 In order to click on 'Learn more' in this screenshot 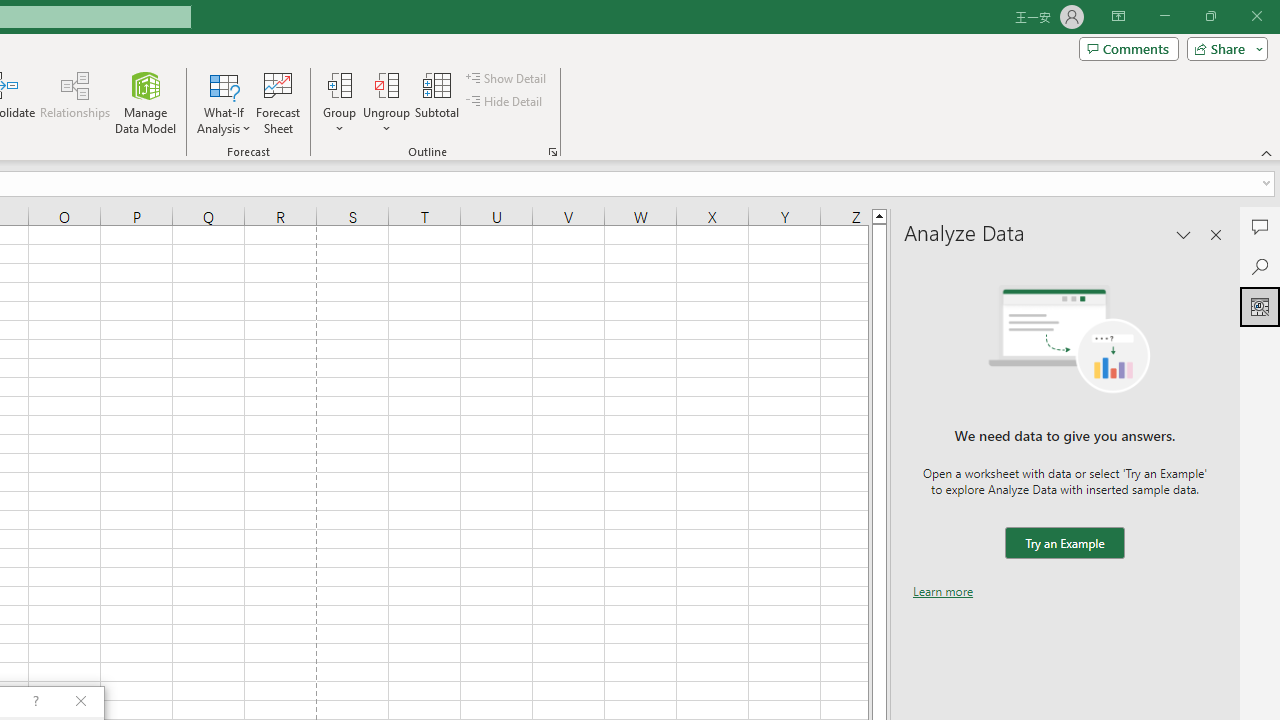, I will do `click(942, 590)`.